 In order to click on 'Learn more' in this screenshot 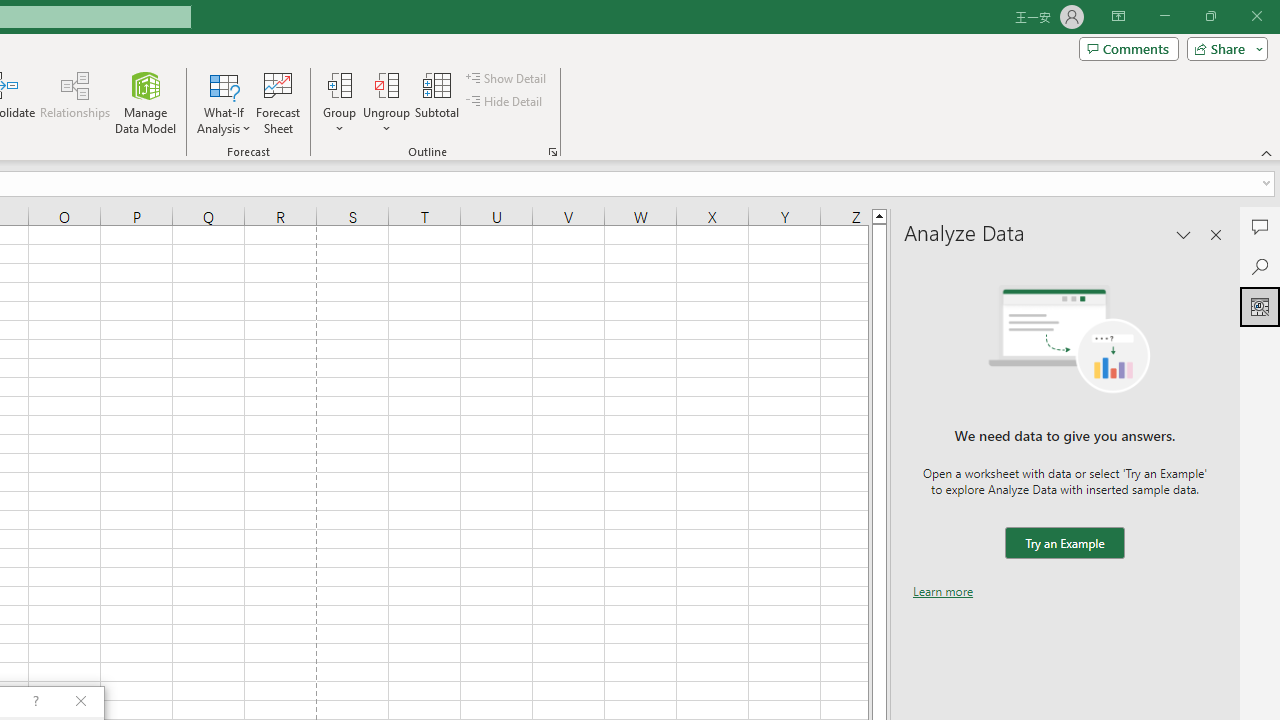, I will do `click(942, 590)`.